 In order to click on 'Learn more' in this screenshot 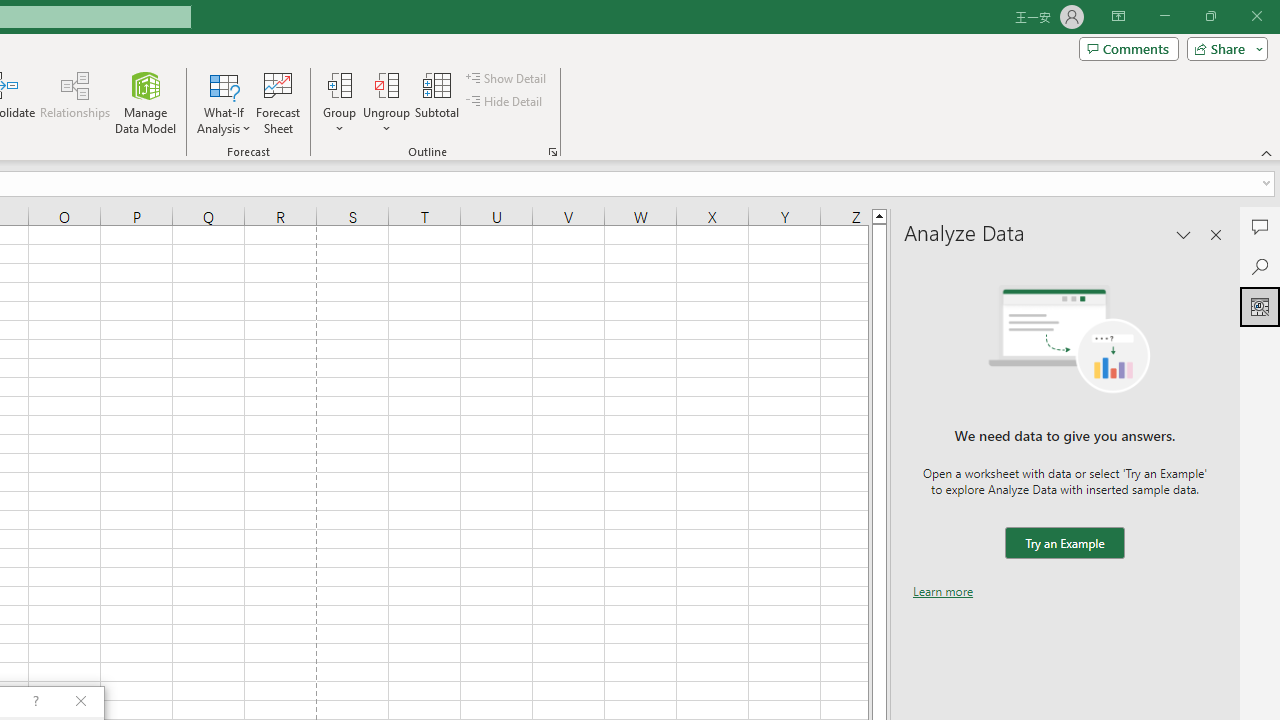, I will do `click(942, 590)`.